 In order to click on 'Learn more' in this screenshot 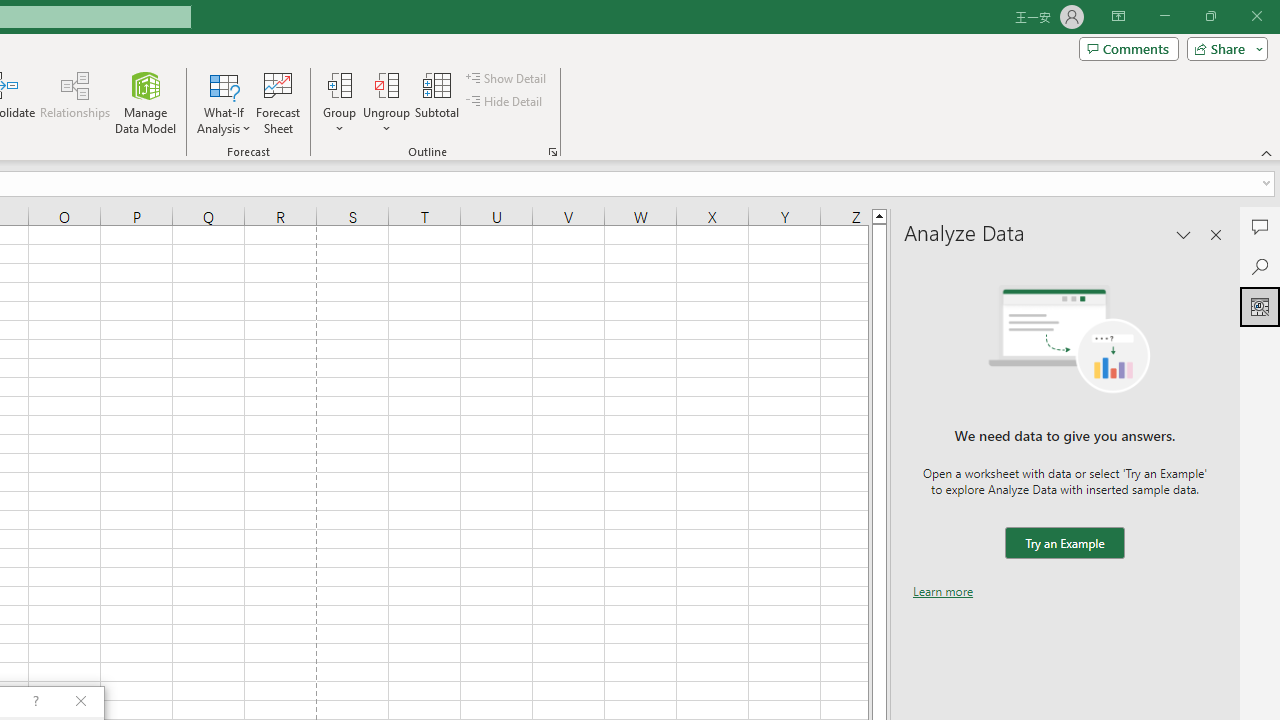, I will do `click(942, 590)`.